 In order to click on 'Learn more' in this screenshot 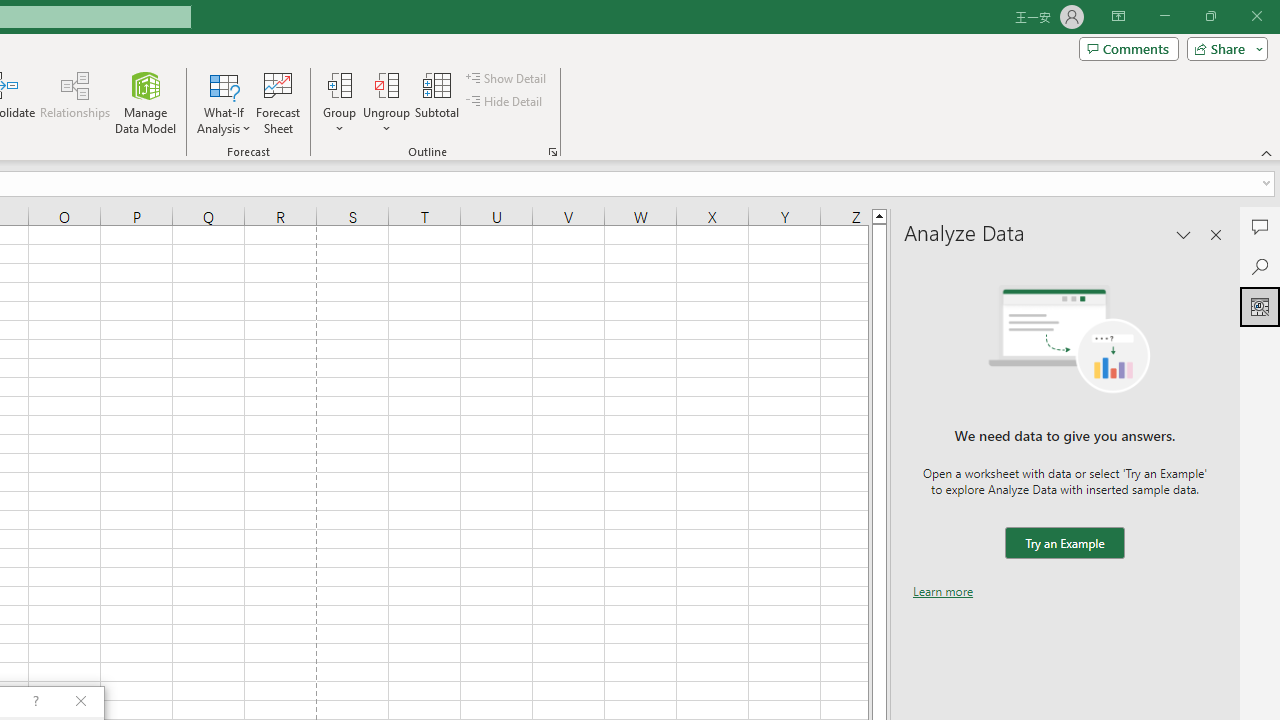, I will do `click(942, 590)`.